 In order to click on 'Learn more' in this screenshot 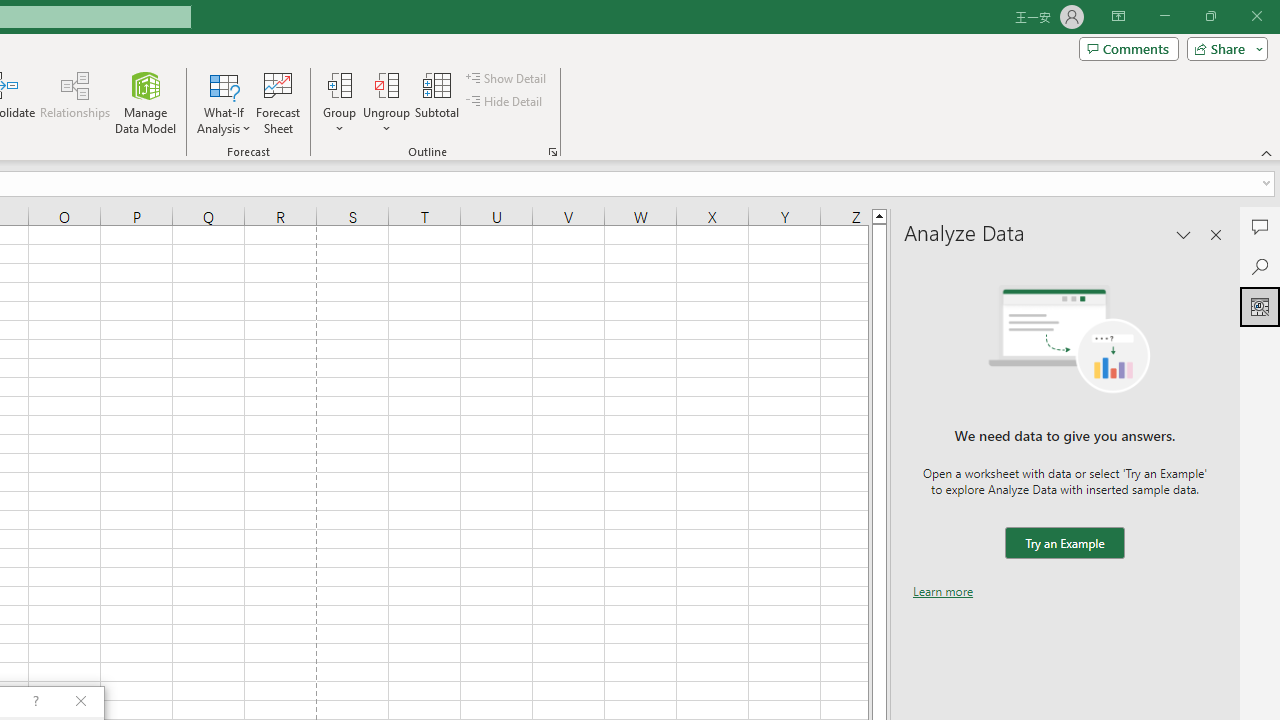, I will do `click(942, 590)`.